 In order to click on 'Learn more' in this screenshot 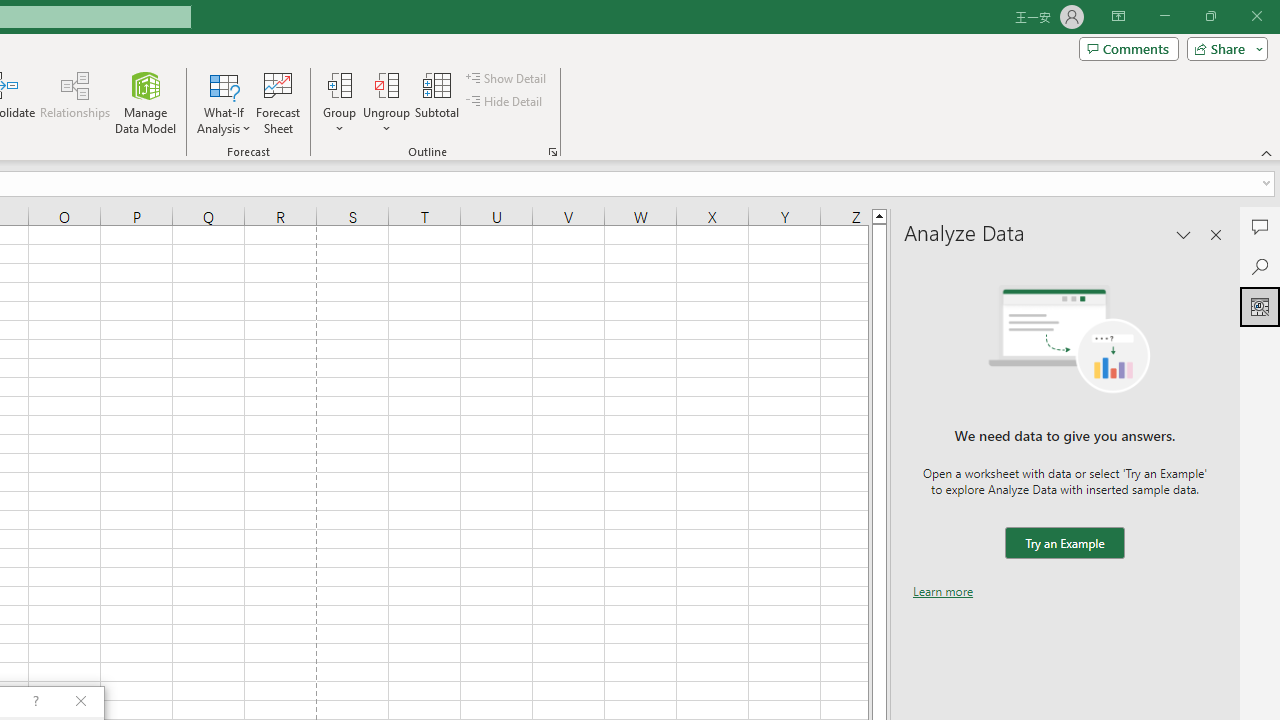, I will do `click(942, 590)`.